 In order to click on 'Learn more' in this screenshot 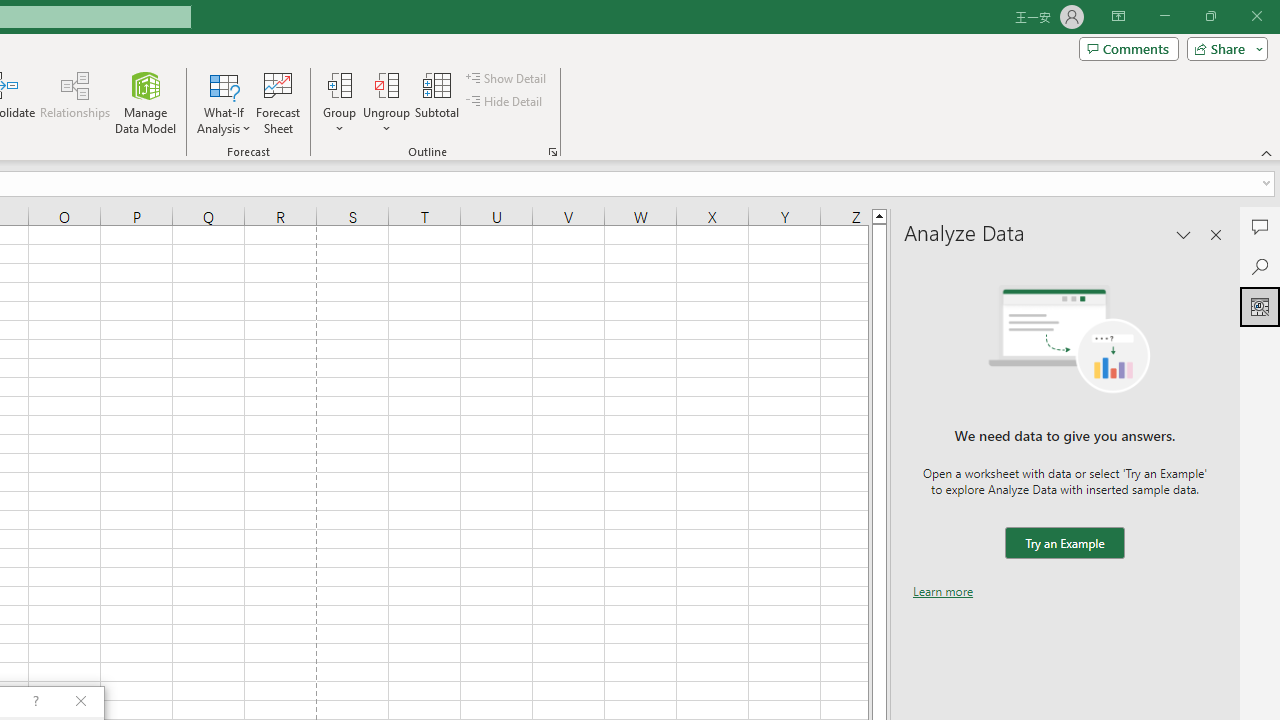, I will do `click(942, 590)`.